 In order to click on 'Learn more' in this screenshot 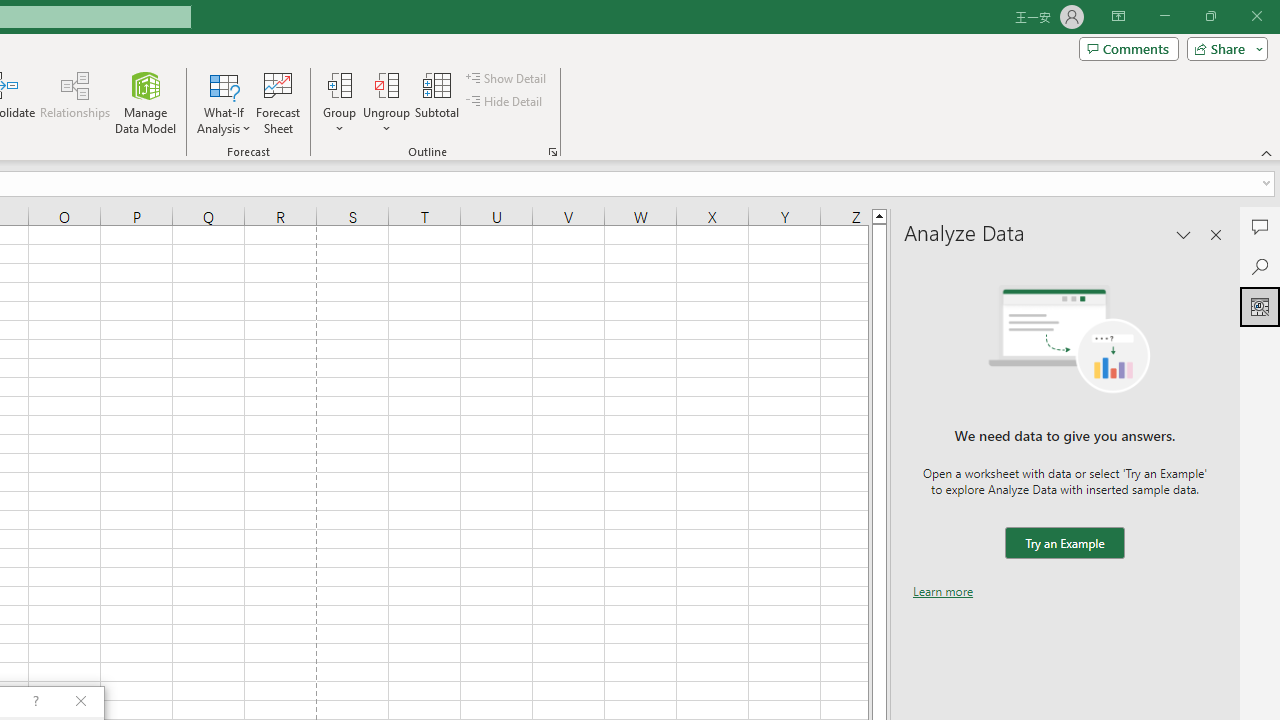, I will do `click(942, 590)`.